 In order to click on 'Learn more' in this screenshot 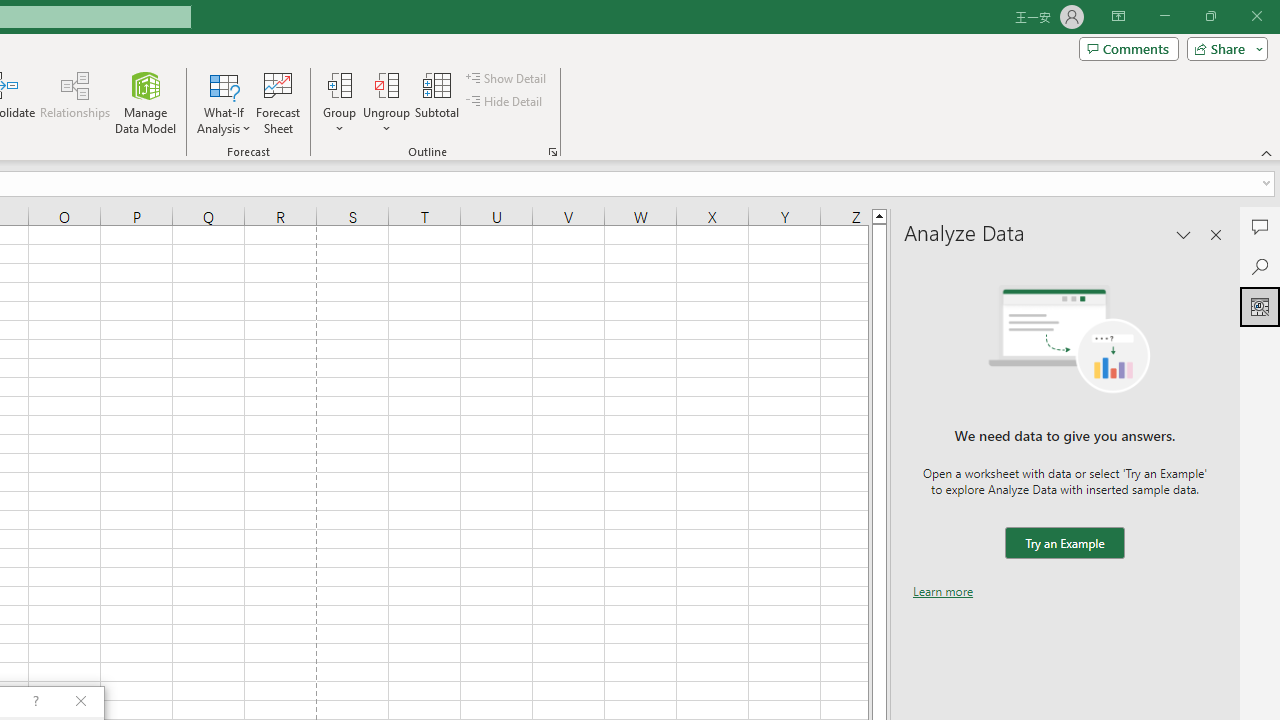, I will do `click(942, 590)`.